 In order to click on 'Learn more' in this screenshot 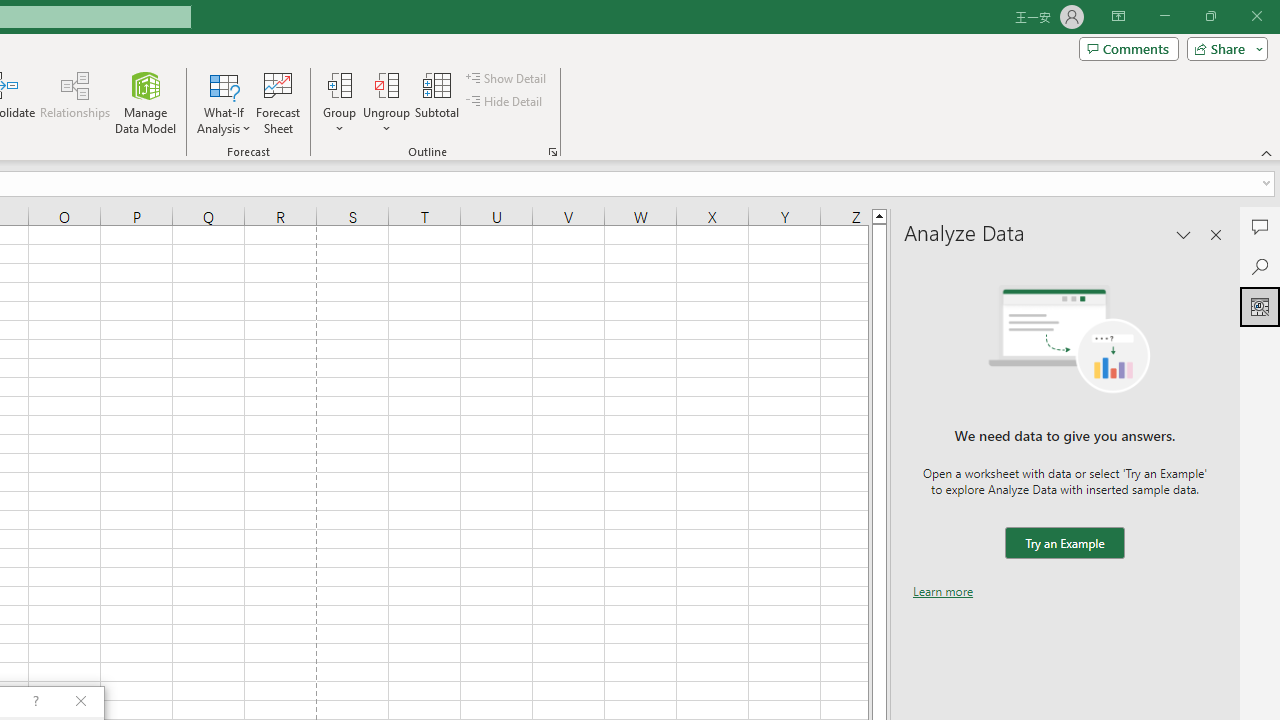, I will do `click(942, 590)`.